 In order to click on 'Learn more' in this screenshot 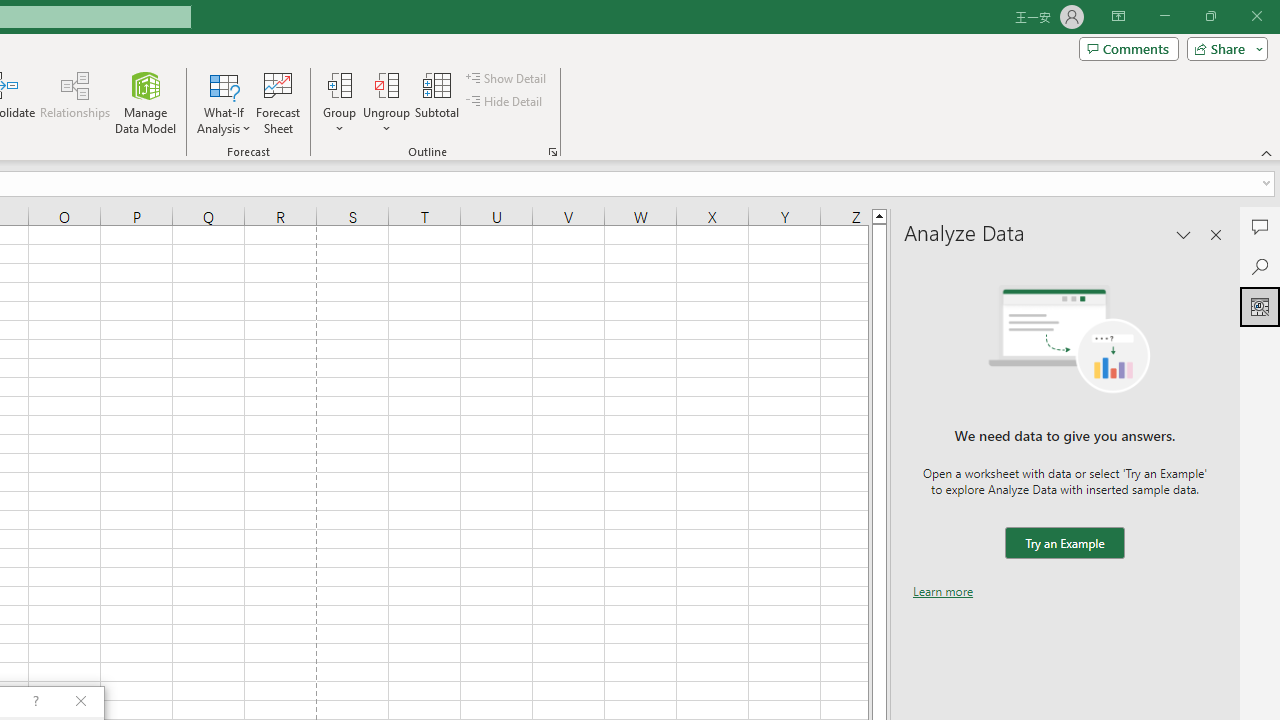, I will do `click(942, 590)`.